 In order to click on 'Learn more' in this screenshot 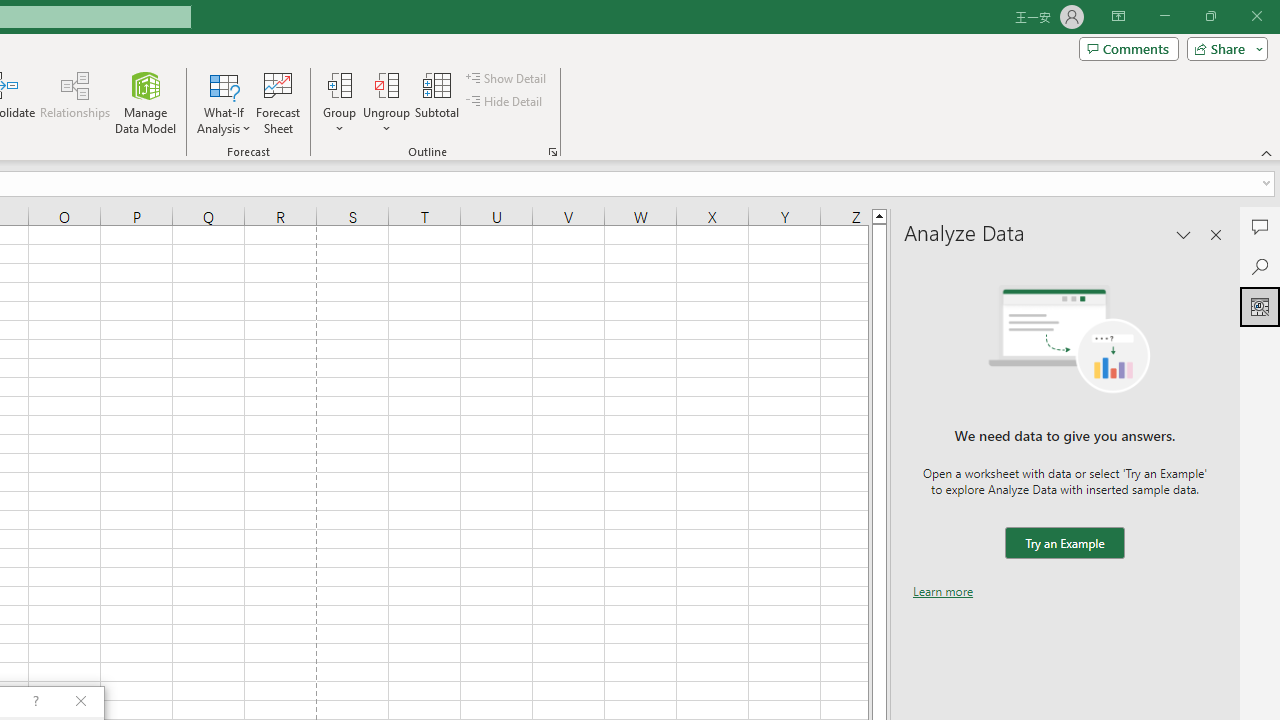, I will do `click(942, 590)`.